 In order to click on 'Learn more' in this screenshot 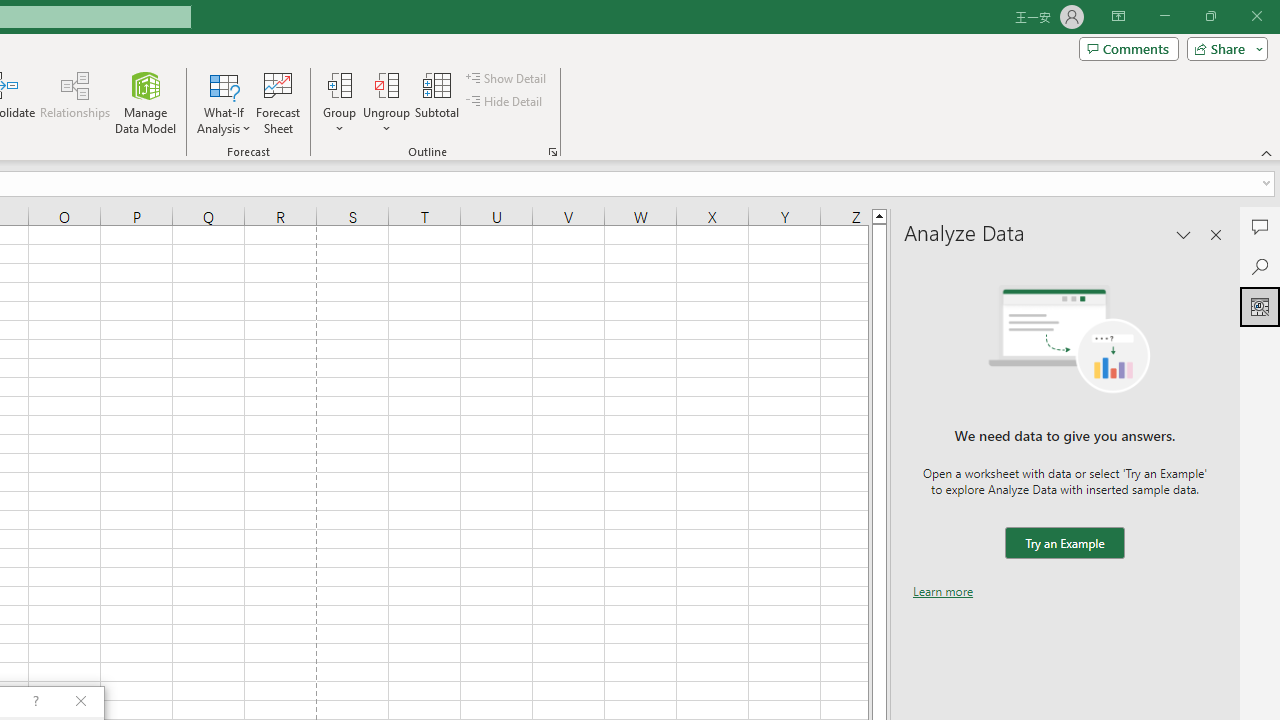, I will do `click(942, 590)`.